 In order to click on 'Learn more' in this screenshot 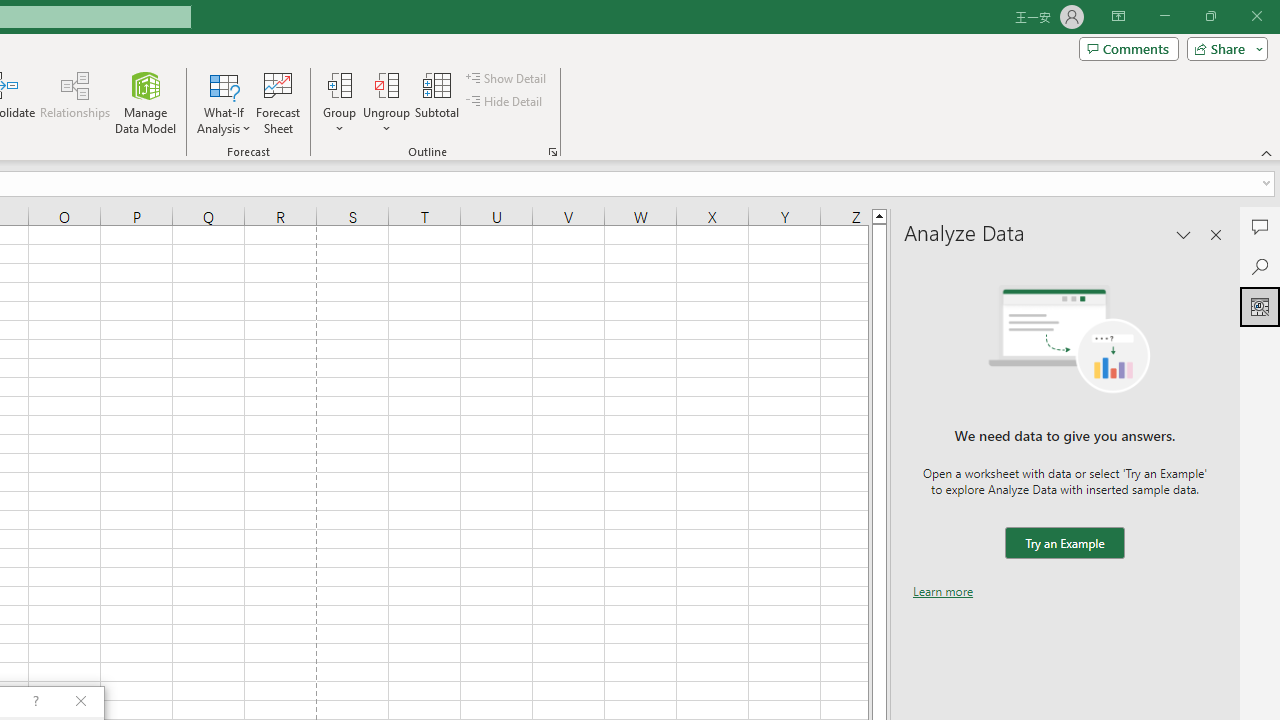, I will do `click(942, 590)`.